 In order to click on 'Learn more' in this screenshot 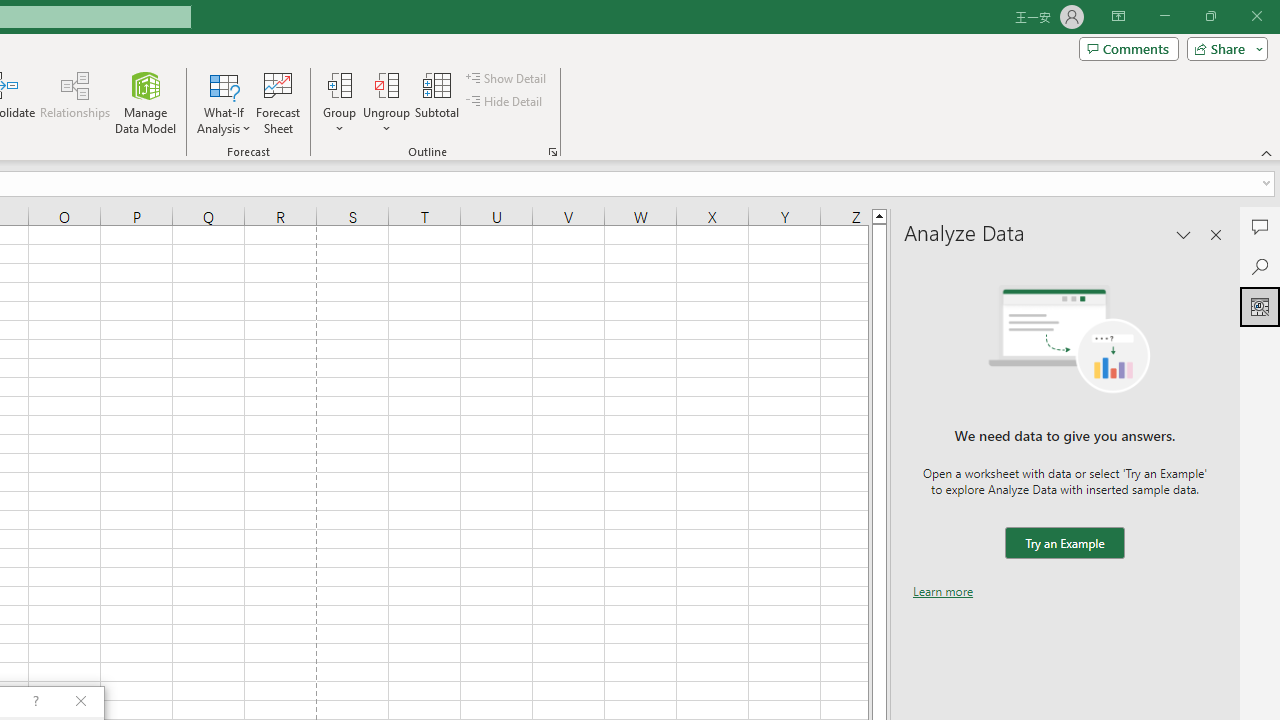, I will do `click(942, 590)`.